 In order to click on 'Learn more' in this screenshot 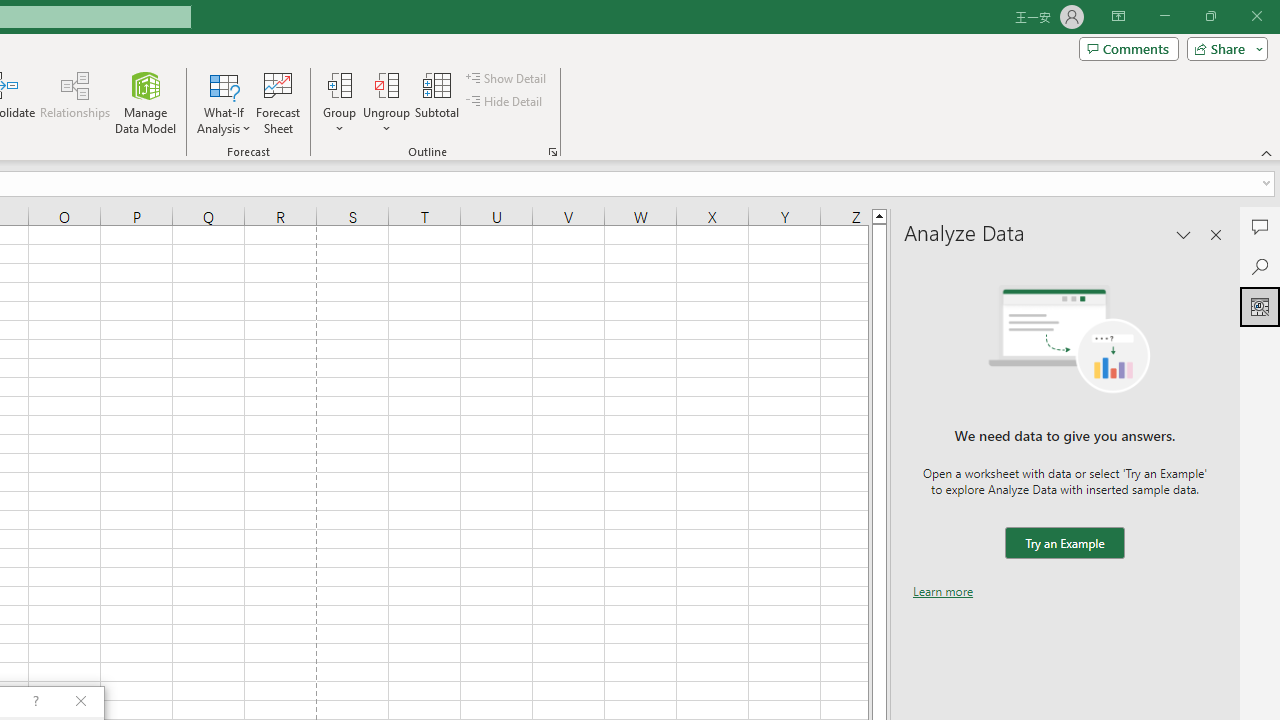, I will do `click(942, 590)`.